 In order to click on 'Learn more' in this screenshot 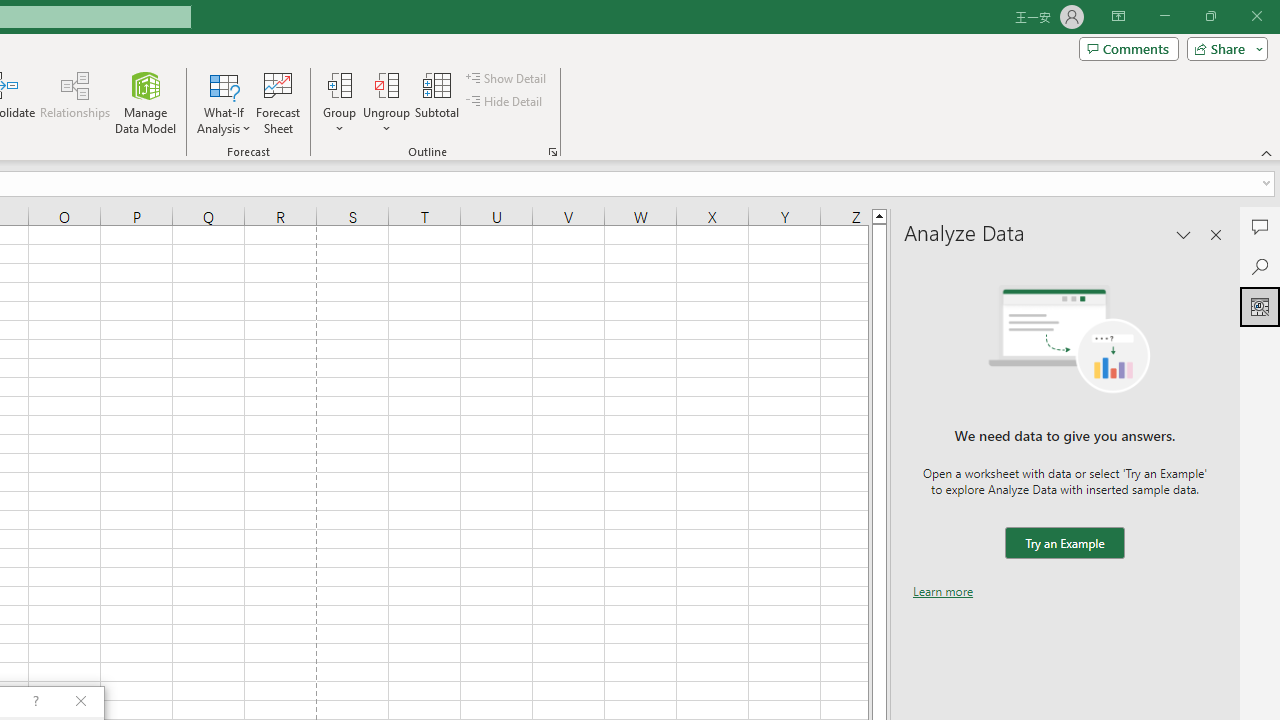, I will do `click(942, 590)`.